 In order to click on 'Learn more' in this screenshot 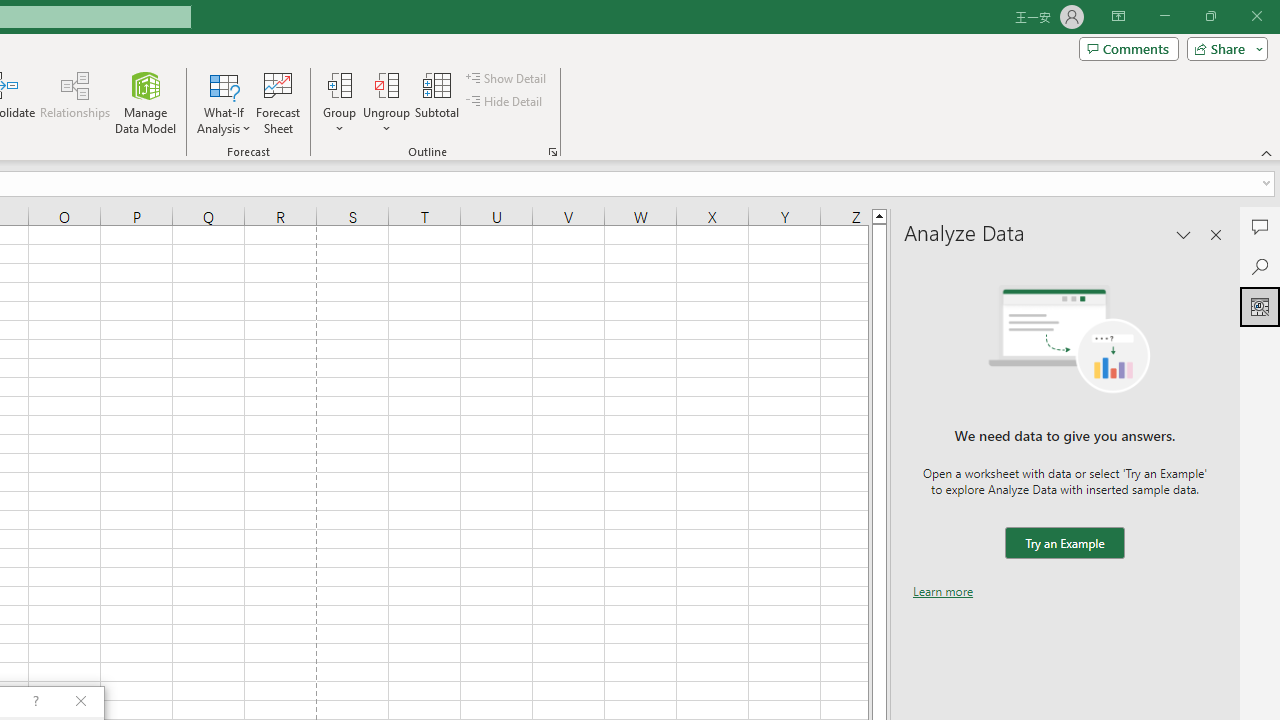, I will do `click(942, 590)`.